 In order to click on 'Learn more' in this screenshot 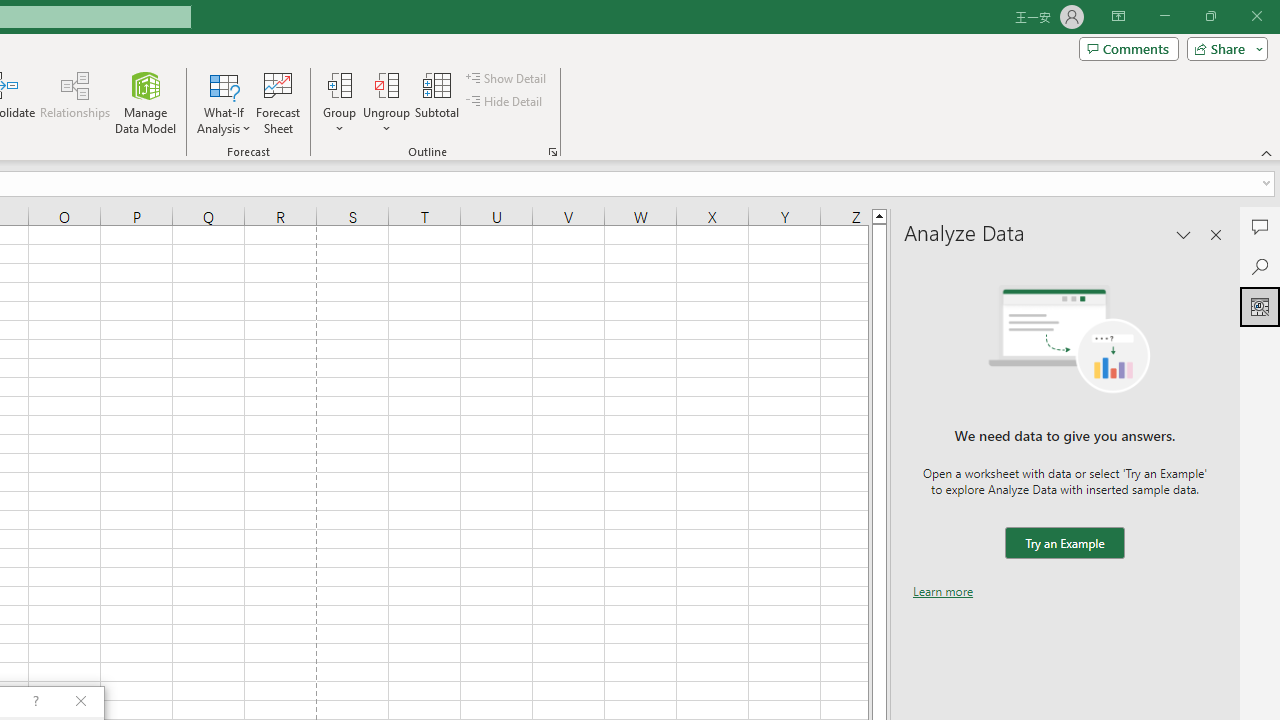, I will do `click(942, 590)`.